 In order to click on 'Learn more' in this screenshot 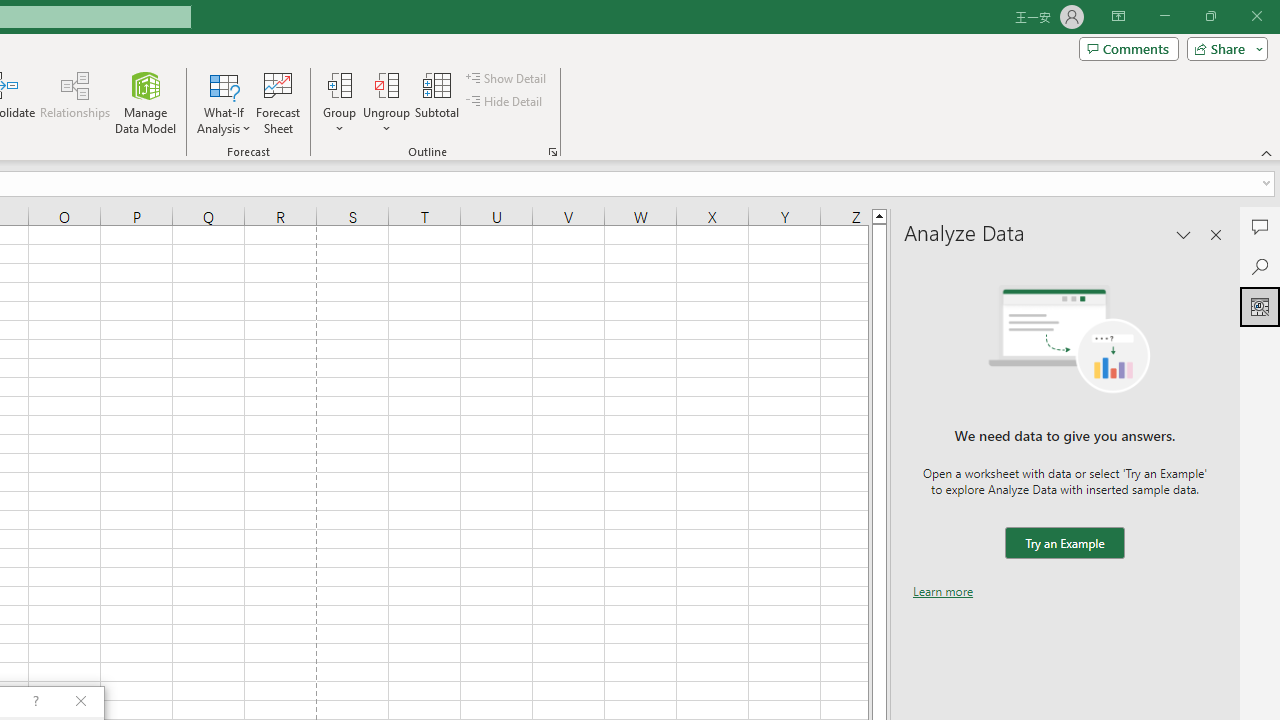, I will do `click(942, 590)`.